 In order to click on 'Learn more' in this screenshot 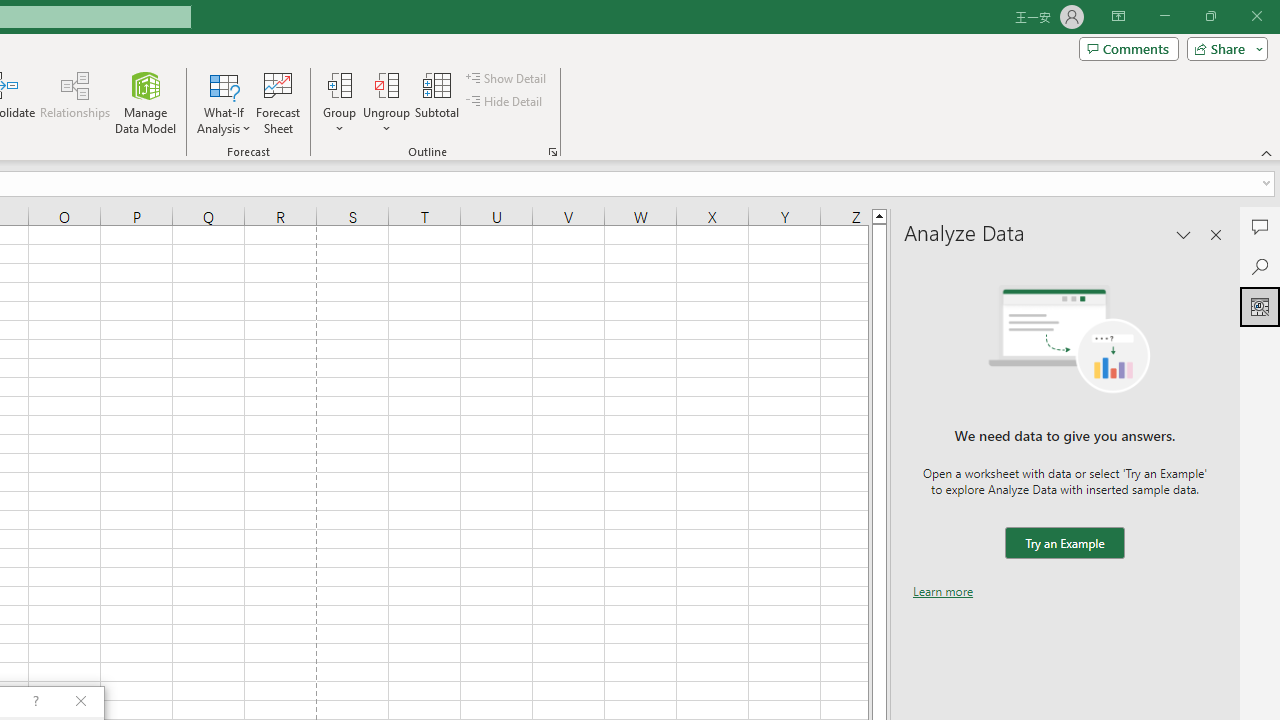, I will do `click(942, 590)`.